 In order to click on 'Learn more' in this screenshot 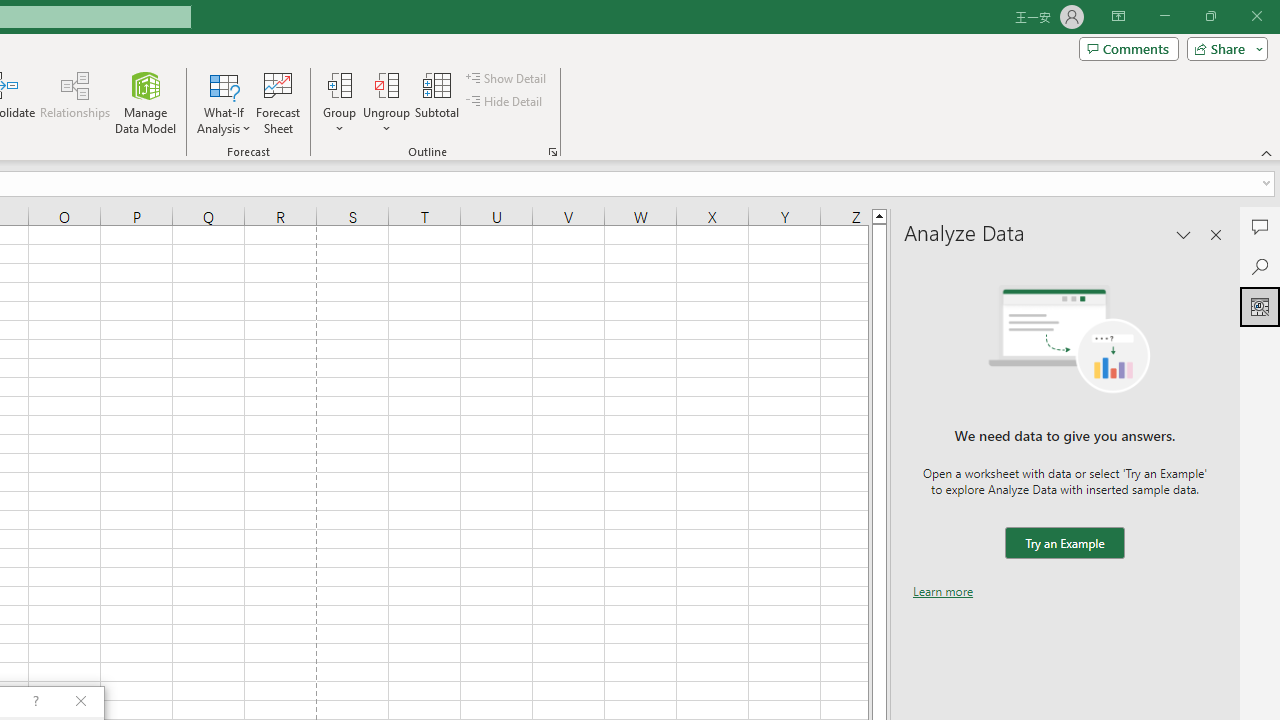, I will do `click(942, 590)`.